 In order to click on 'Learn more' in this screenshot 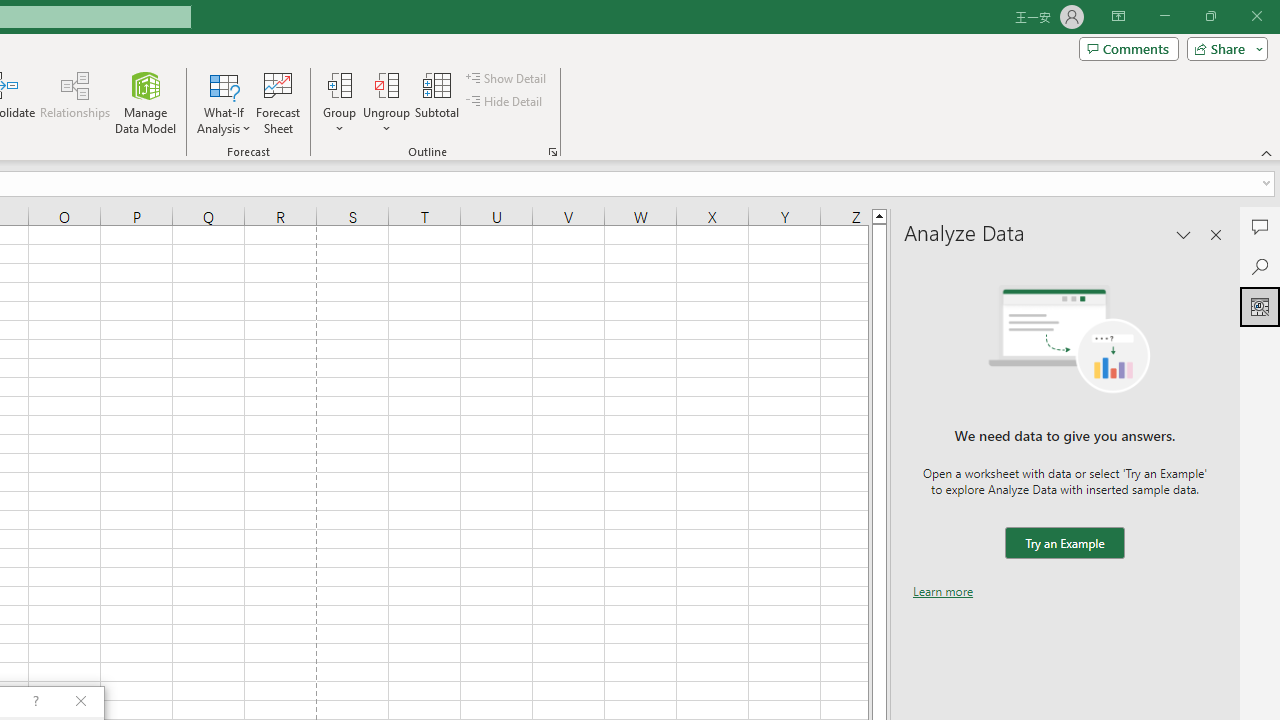, I will do `click(942, 590)`.